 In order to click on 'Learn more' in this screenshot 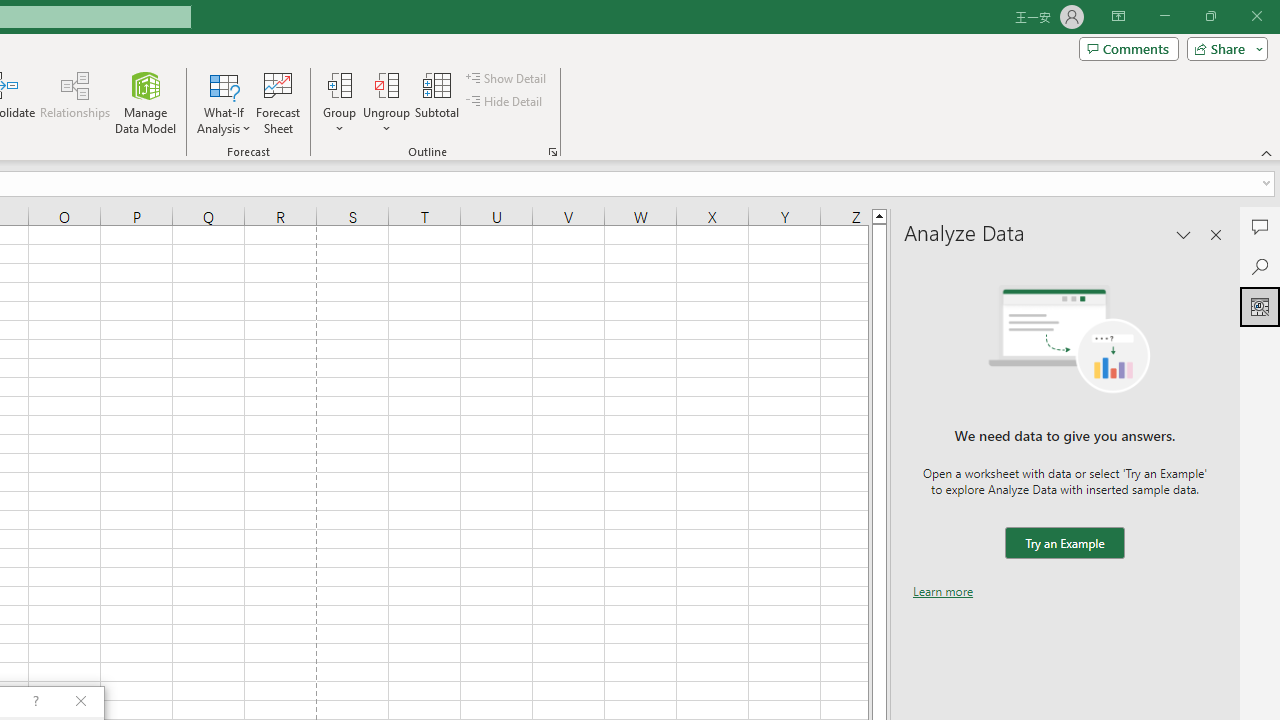, I will do `click(942, 590)`.